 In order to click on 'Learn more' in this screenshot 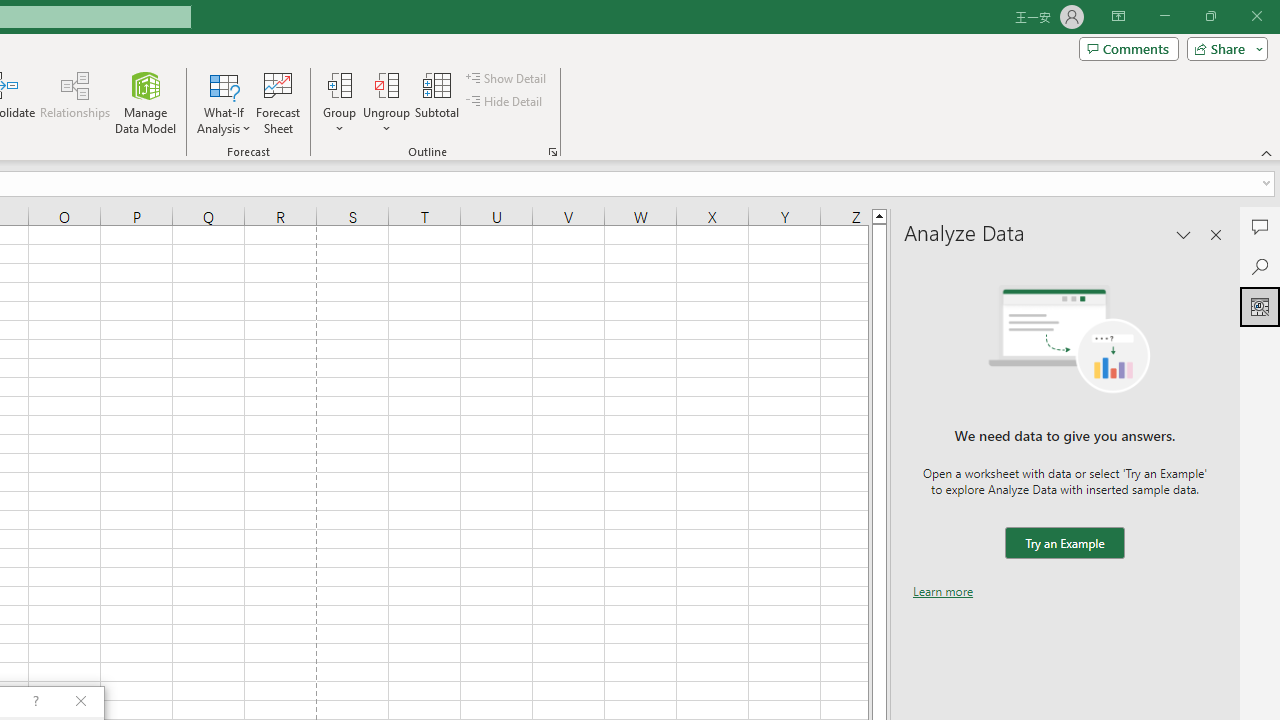, I will do `click(942, 590)`.